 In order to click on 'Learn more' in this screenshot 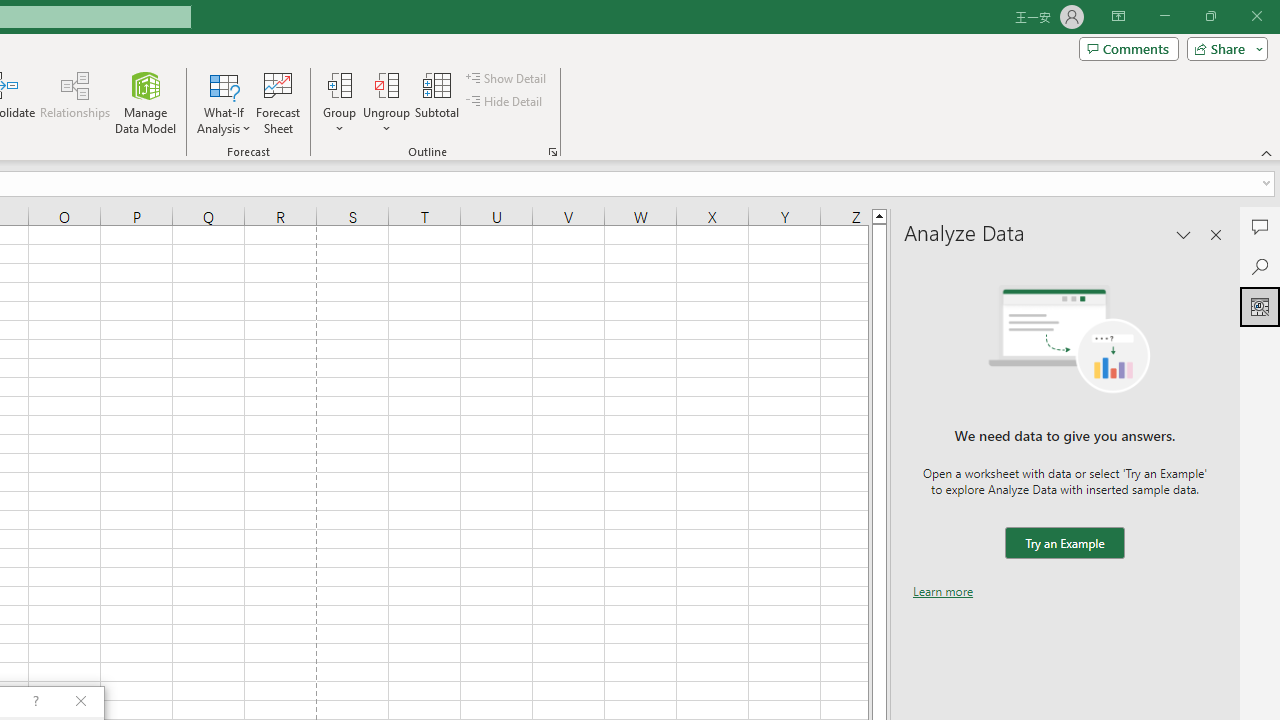, I will do `click(942, 590)`.